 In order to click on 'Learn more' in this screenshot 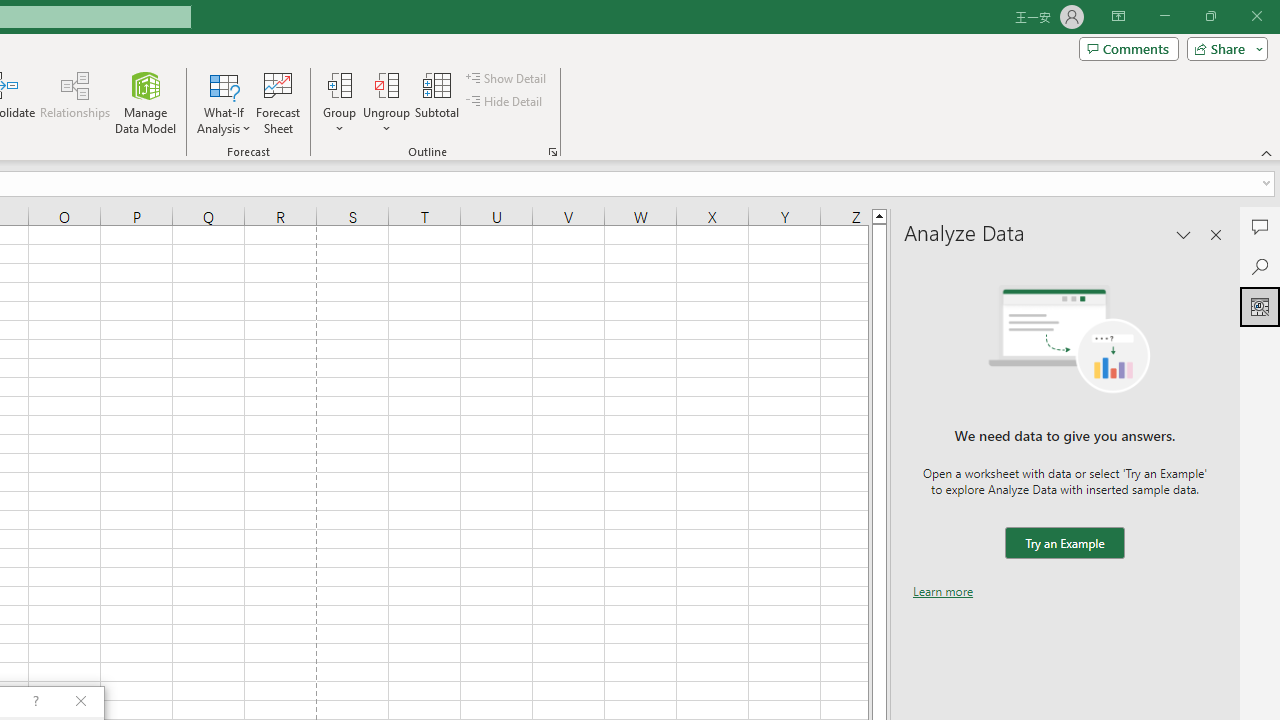, I will do `click(942, 590)`.